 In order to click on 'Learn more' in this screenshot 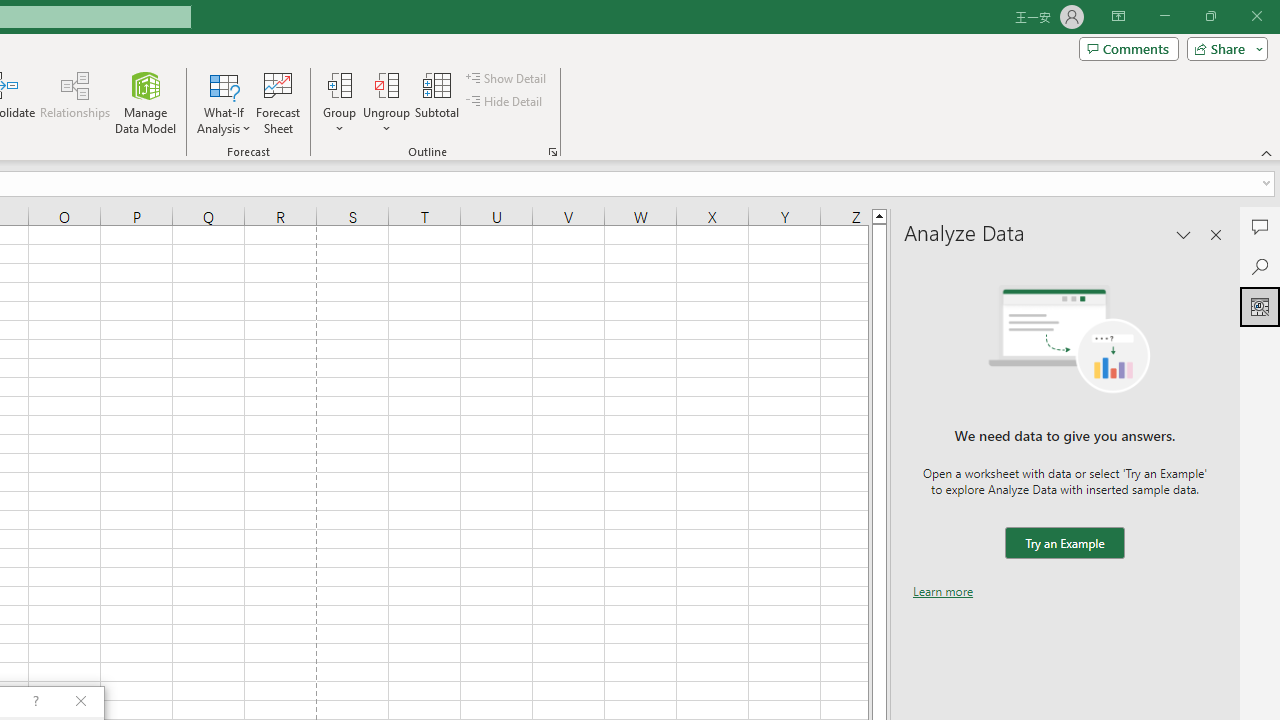, I will do `click(942, 590)`.